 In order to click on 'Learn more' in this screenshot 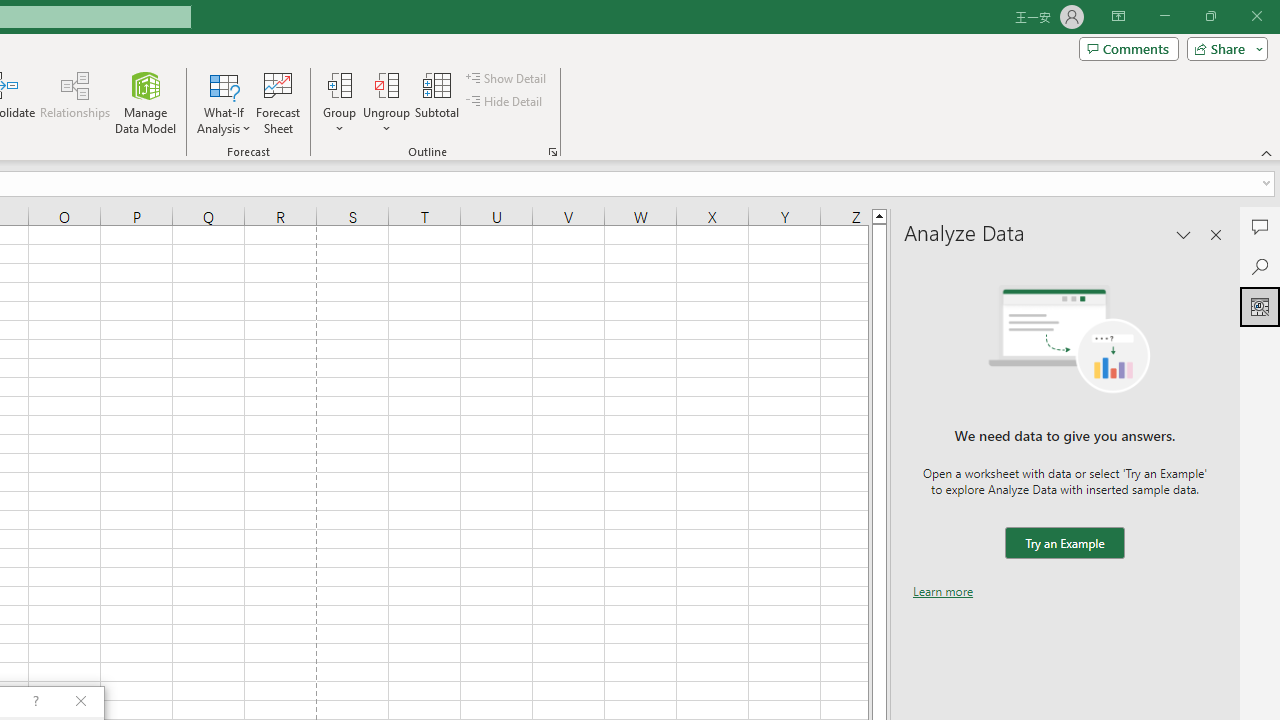, I will do `click(942, 590)`.